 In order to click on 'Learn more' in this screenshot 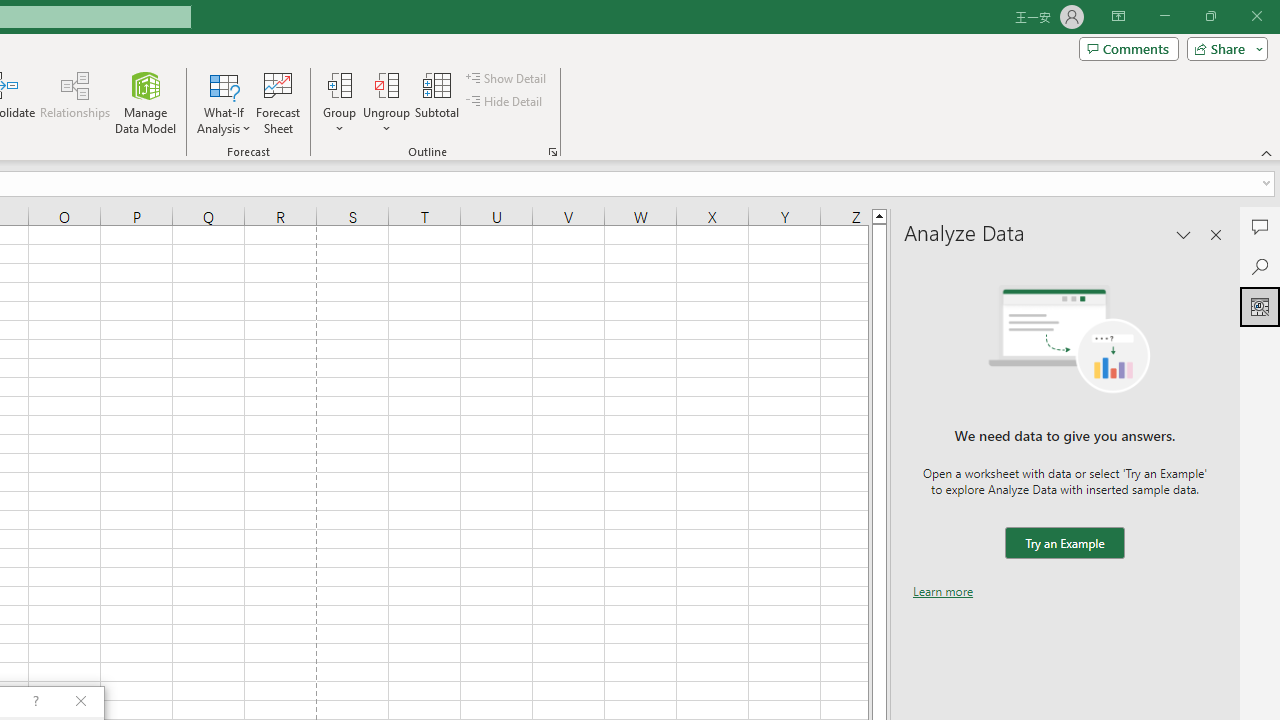, I will do `click(942, 590)`.